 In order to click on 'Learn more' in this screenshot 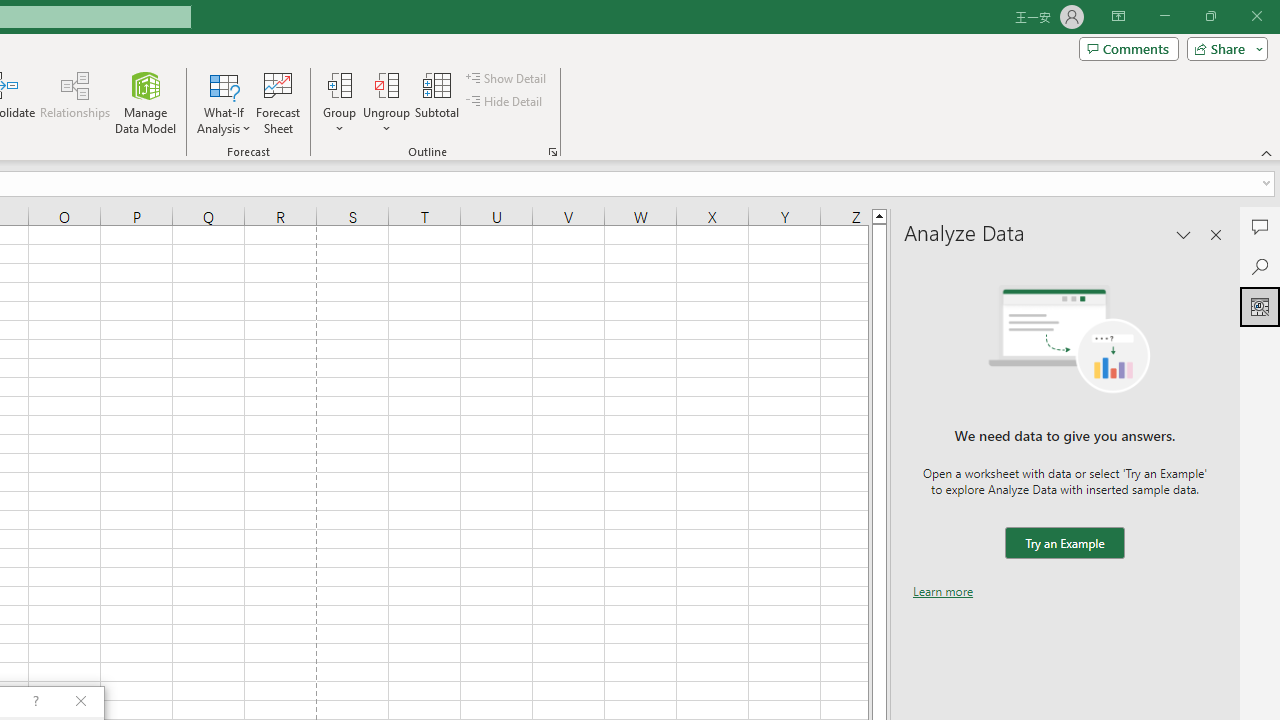, I will do `click(942, 590)`.